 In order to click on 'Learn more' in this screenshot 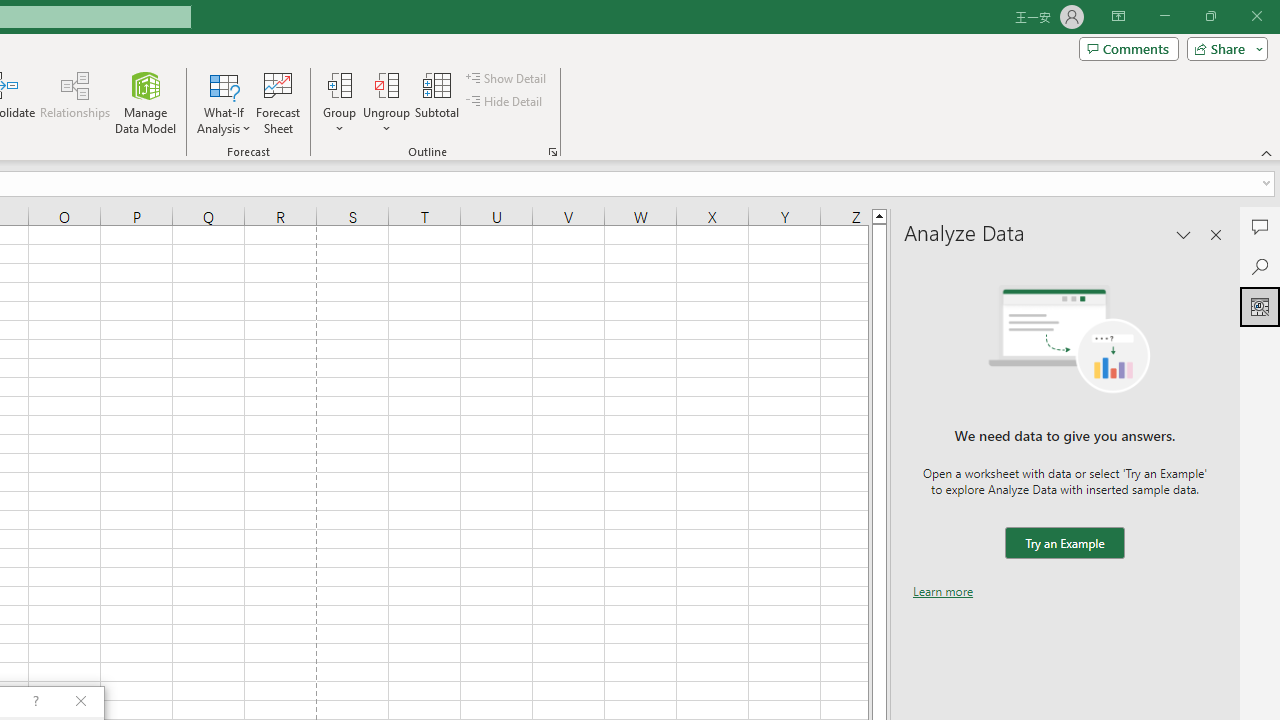, I will do `click(942, 590)`.